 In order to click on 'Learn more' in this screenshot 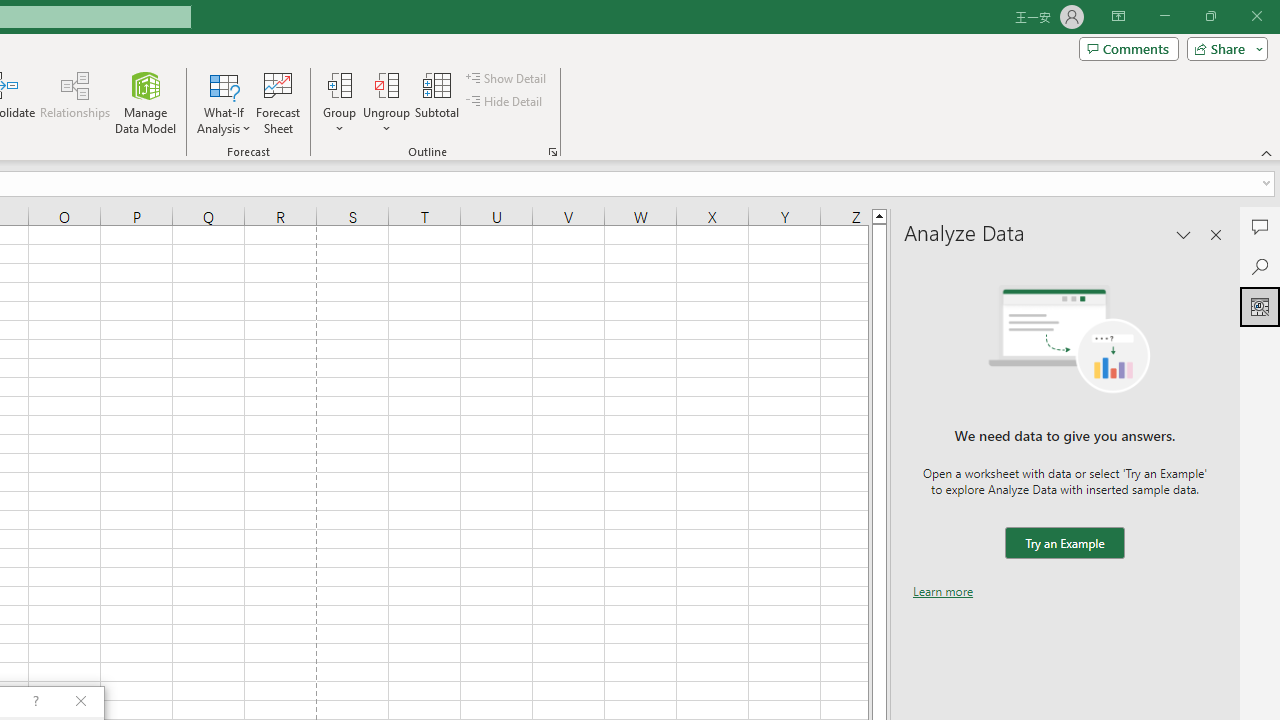, I will do `click(942, 590)`.